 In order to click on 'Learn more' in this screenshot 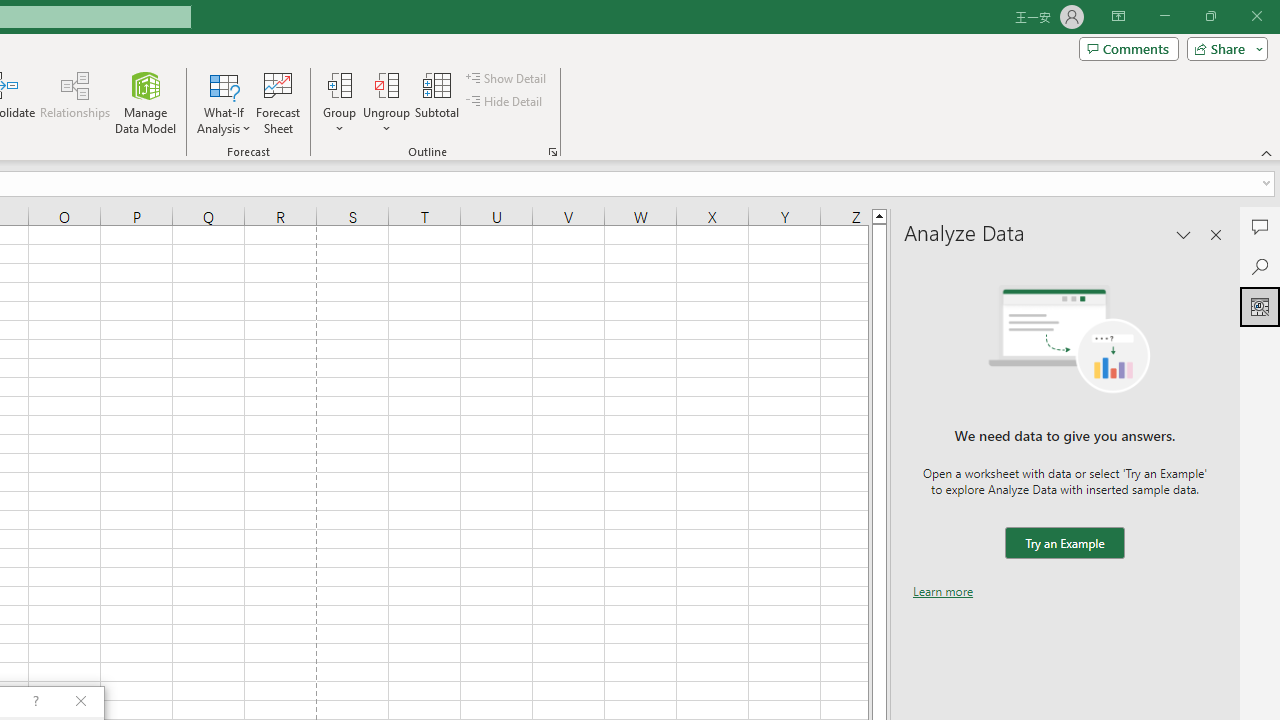, I will do `click(942, 590)`.